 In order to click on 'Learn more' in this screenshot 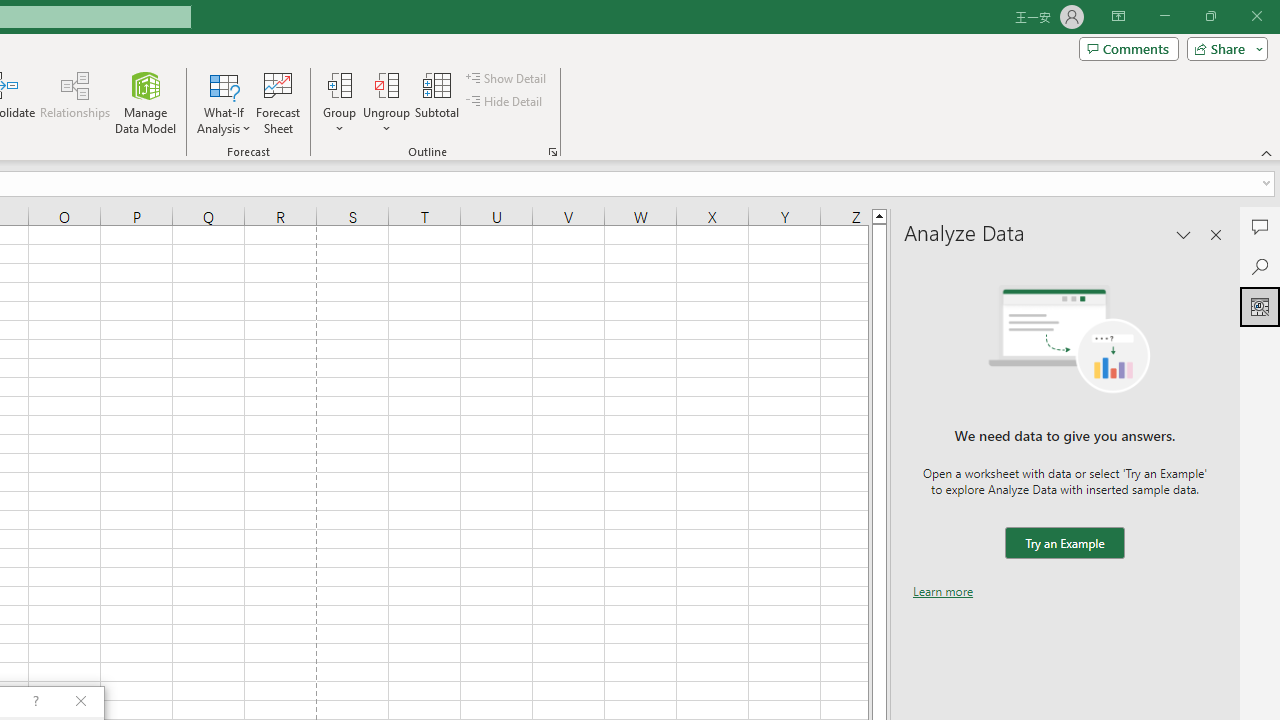, I will do `click(942, 590)`.